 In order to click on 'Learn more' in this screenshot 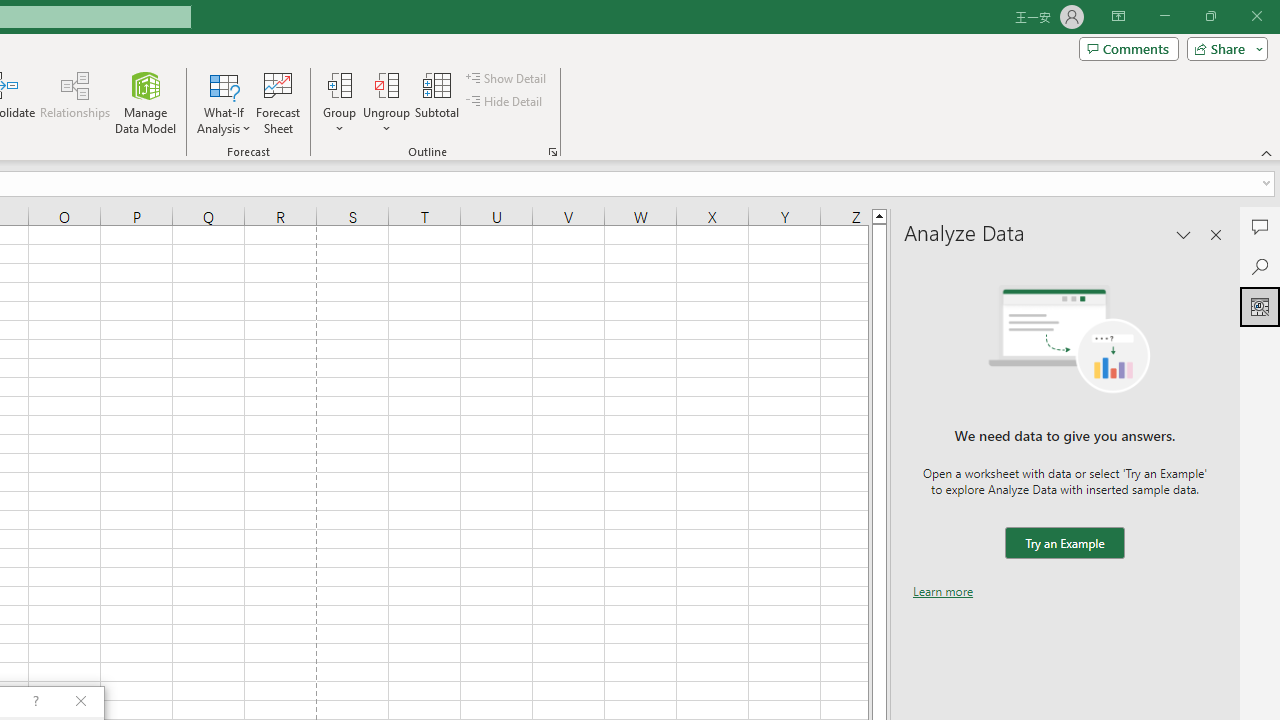, I will do `click(942, 590)`.